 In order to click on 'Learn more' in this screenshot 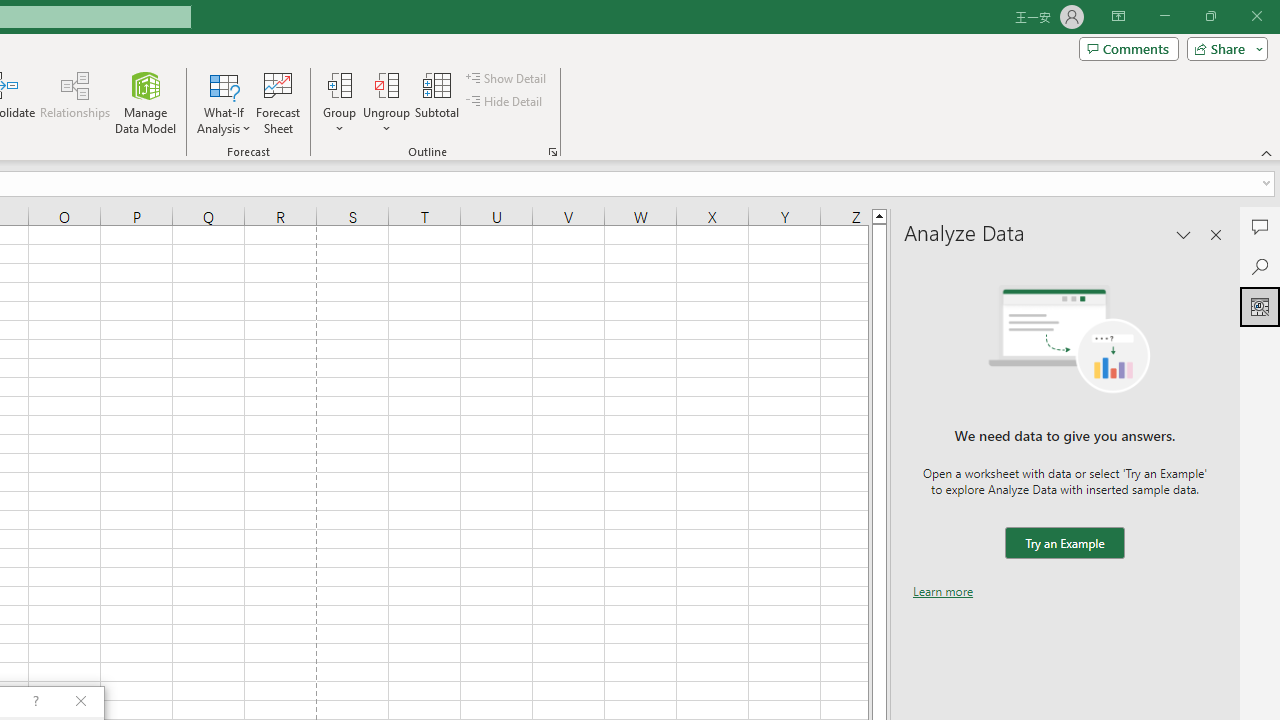, I will do `click(942, 590)`.